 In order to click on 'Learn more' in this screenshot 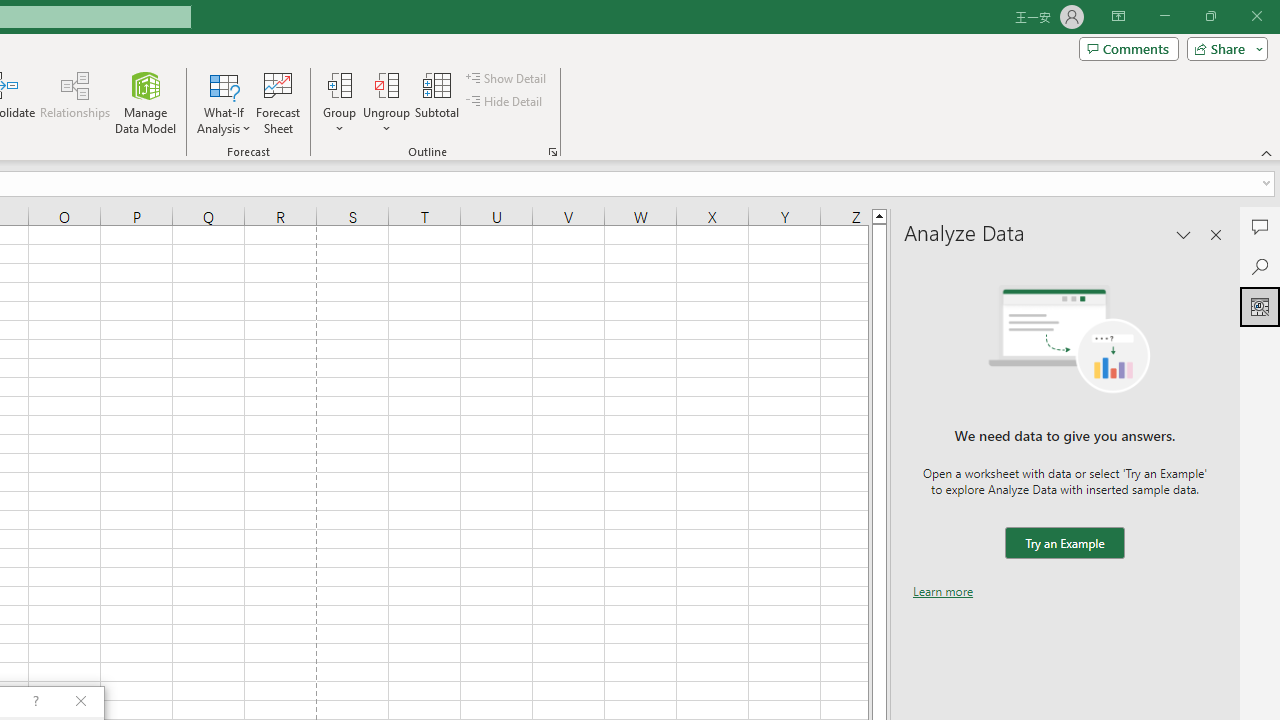, I will do `click(942, 590)`.